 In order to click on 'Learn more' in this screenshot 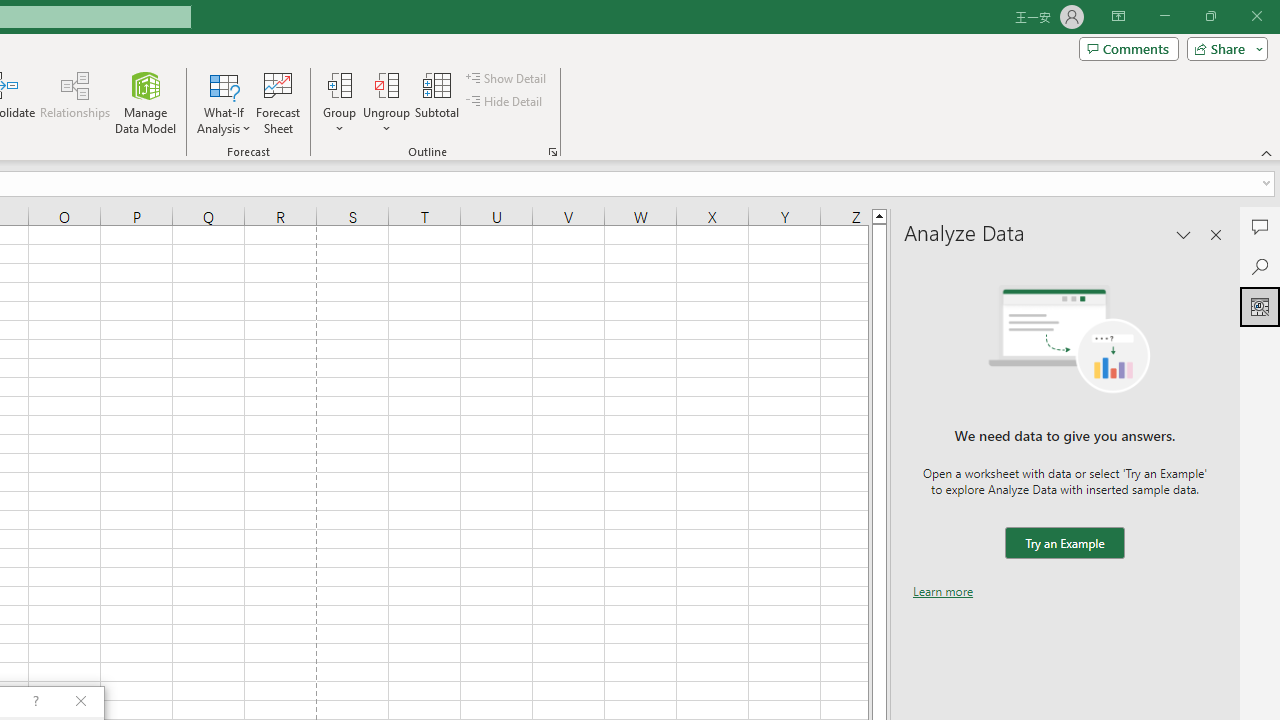, I will do `click(942, 590)`.